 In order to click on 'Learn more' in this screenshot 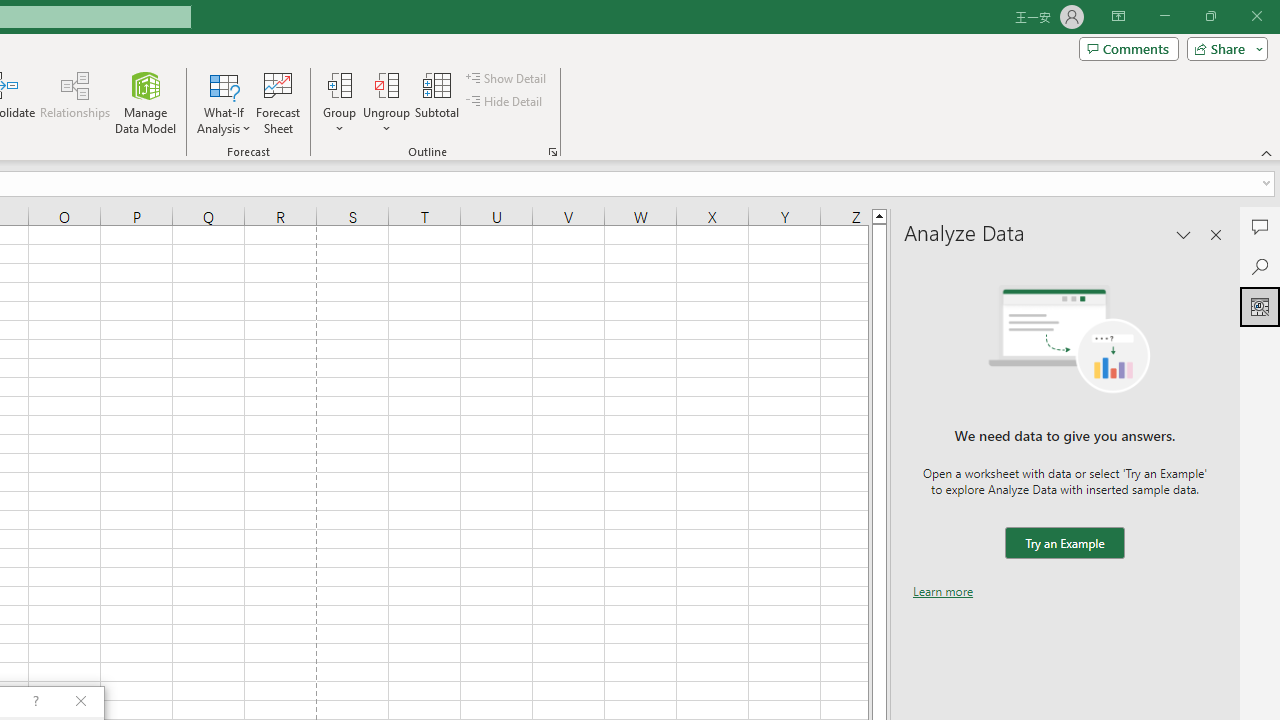, I will do `click(942, 590)`.